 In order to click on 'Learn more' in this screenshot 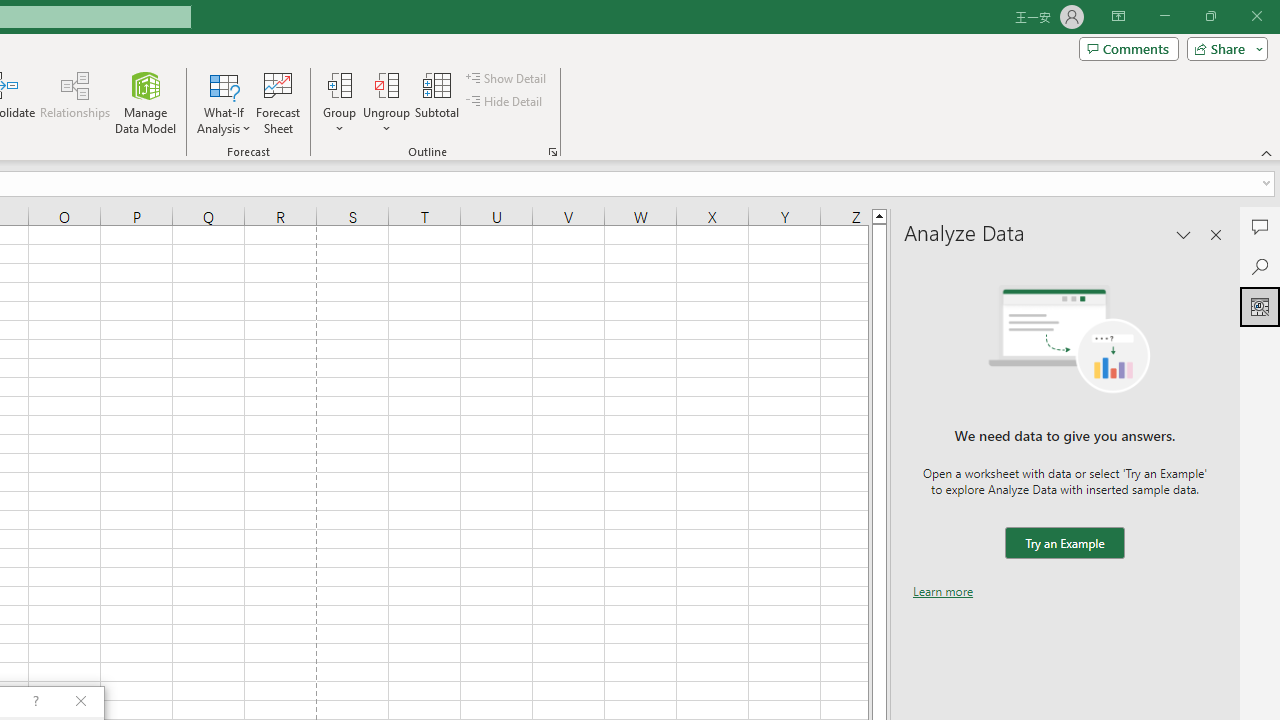, I will do `click(942, 590)`.